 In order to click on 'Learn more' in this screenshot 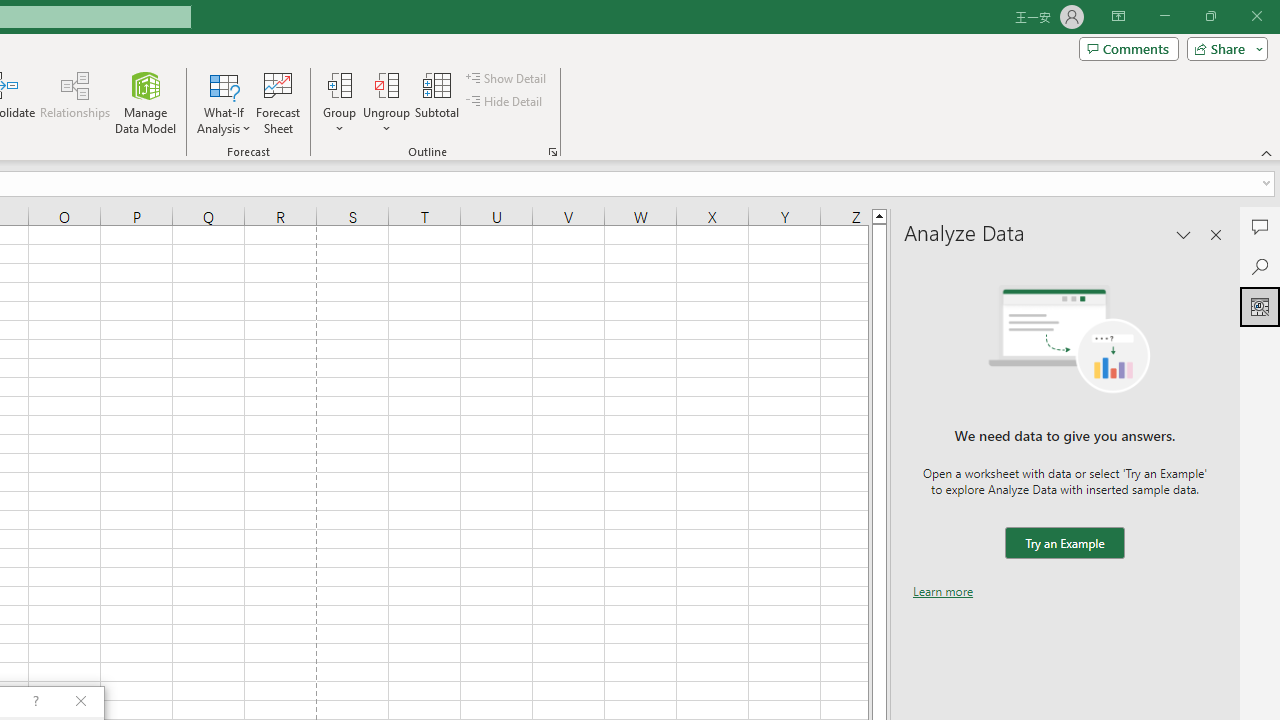, I will do `click(942, 590)`.